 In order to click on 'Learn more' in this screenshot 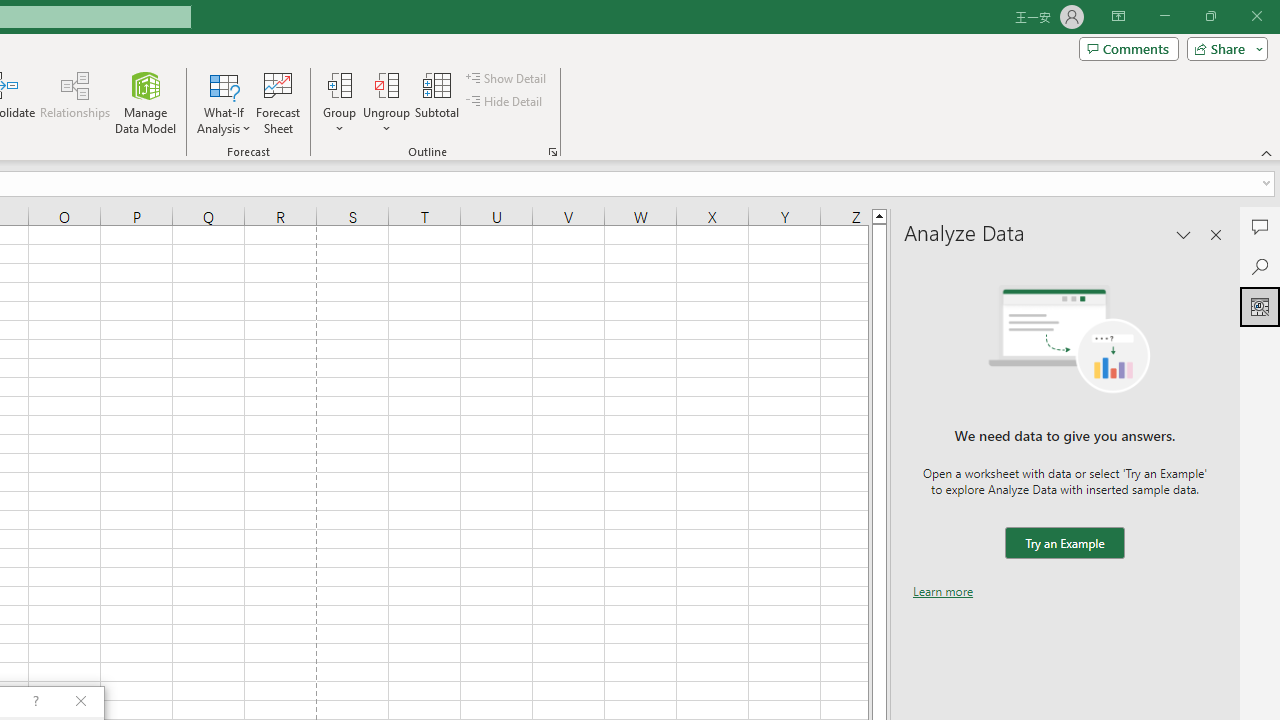, I will do `click(942, 590)`.